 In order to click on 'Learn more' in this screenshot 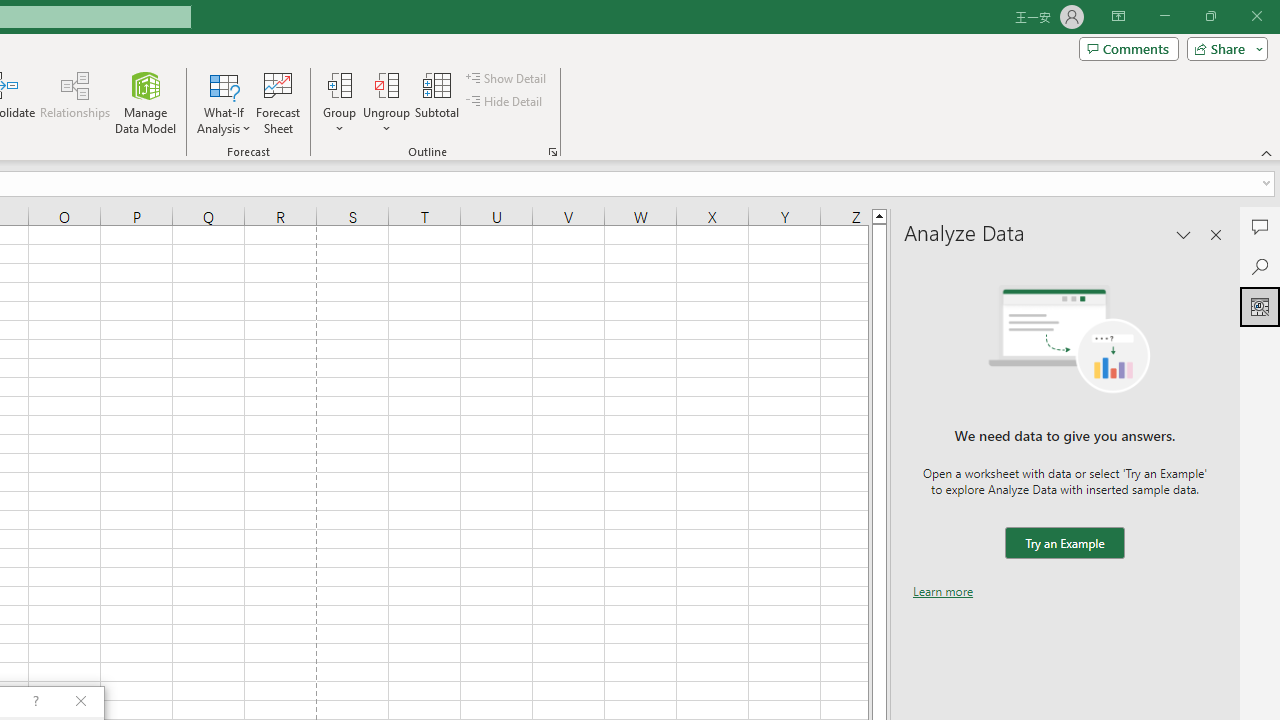, I will do `click(942, 590)`.